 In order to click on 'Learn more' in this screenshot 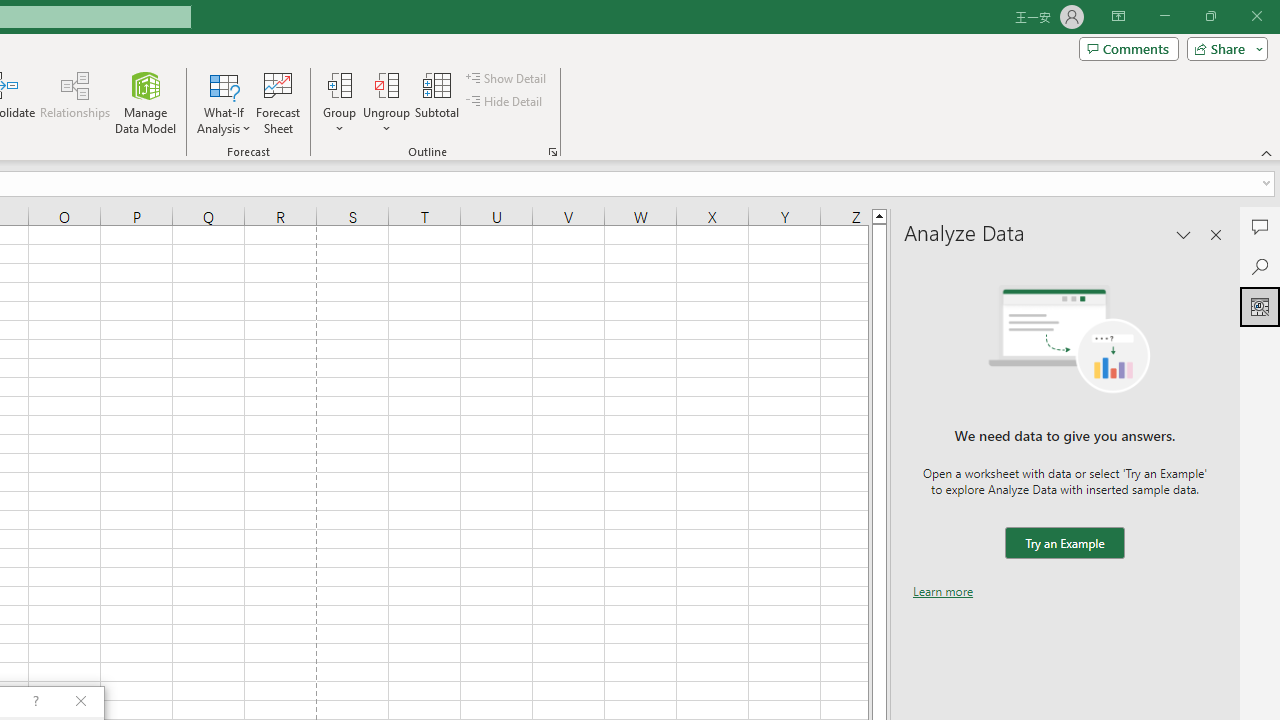, I will do `click(942, 590)`.